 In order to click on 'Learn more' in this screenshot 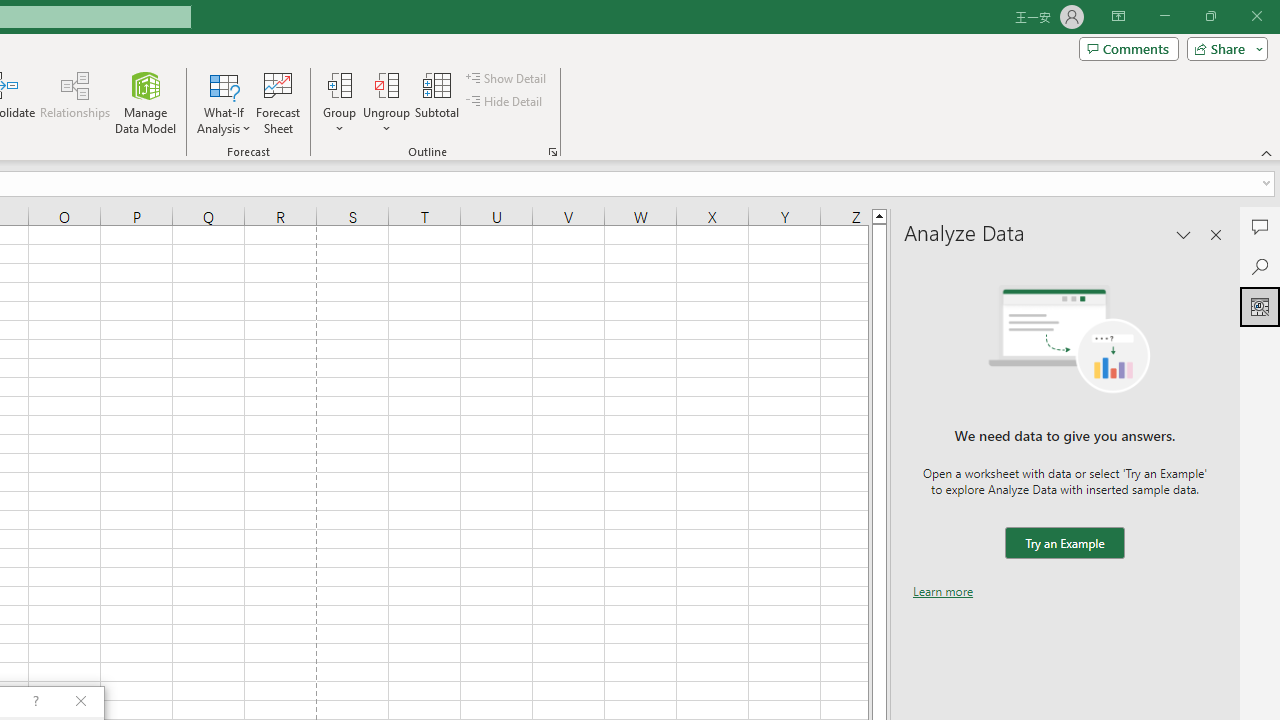, I will do `click(942, 590)`.